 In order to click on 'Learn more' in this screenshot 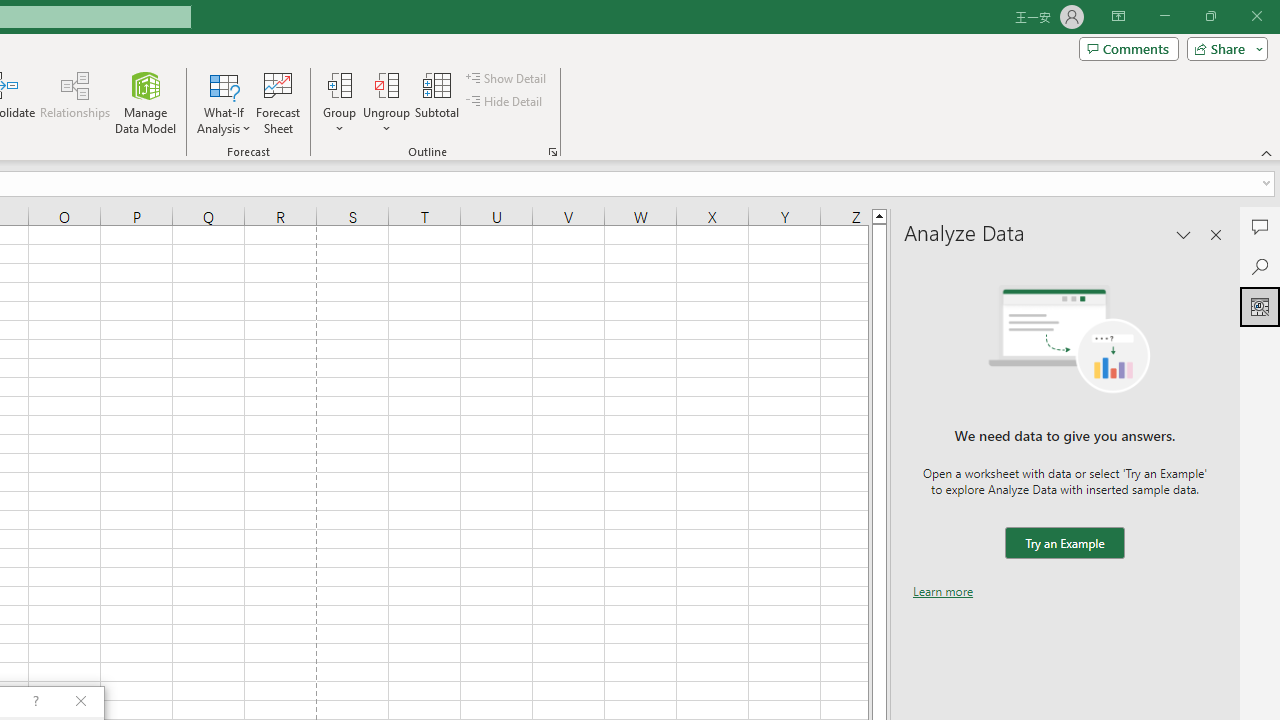, I will do `click(942, 590)`.